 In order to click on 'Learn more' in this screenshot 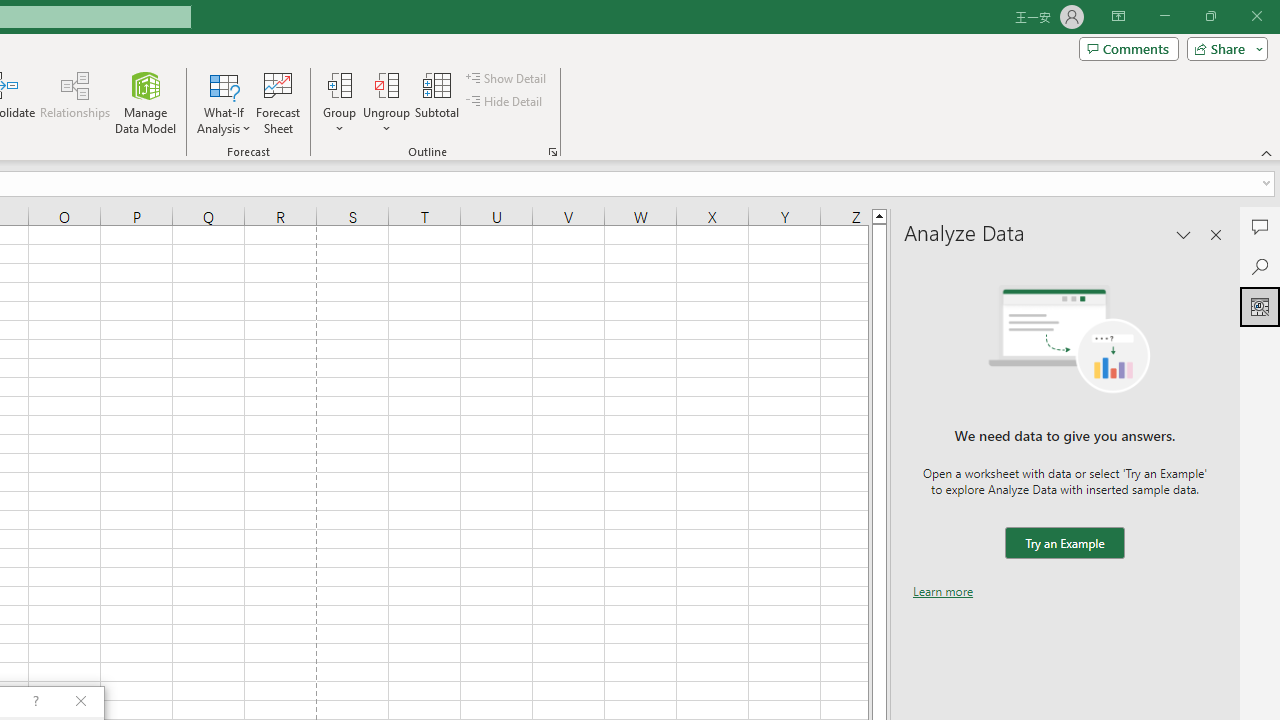, I will do `click(942, 590)`.